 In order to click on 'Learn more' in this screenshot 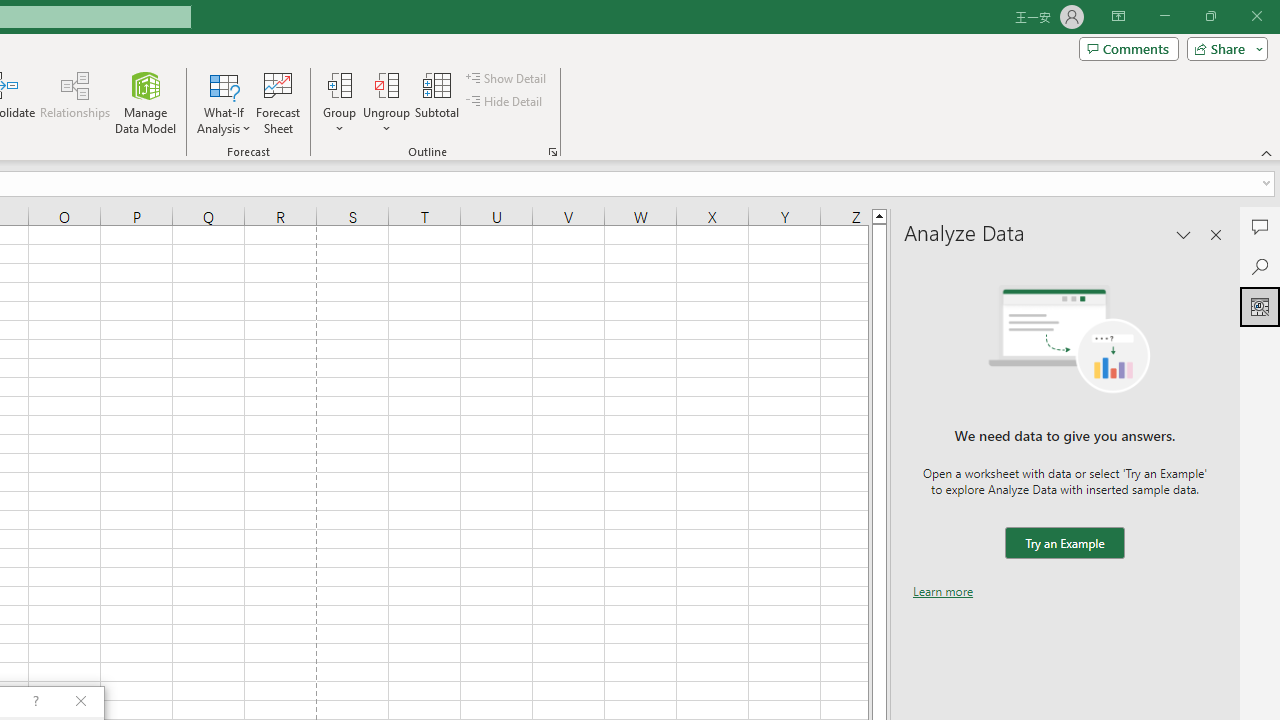, I will do `click(942, 590)`.